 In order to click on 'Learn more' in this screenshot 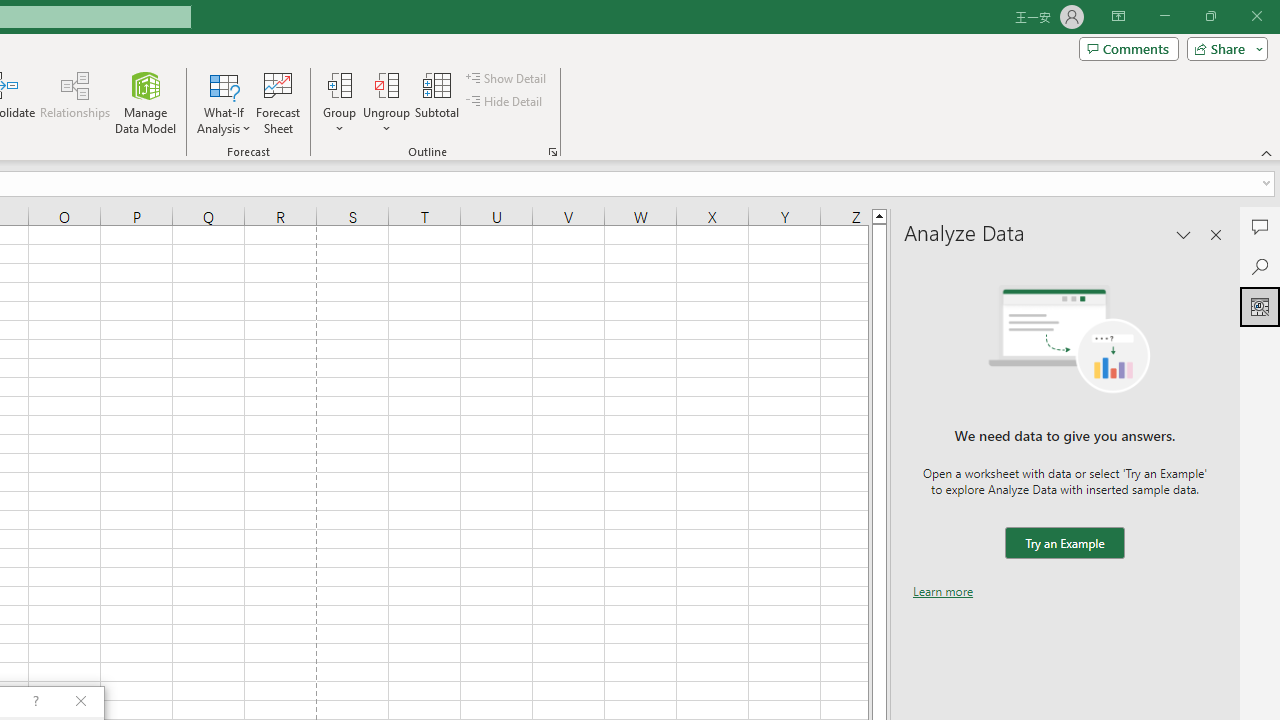, I will do `click(942, 590)`.